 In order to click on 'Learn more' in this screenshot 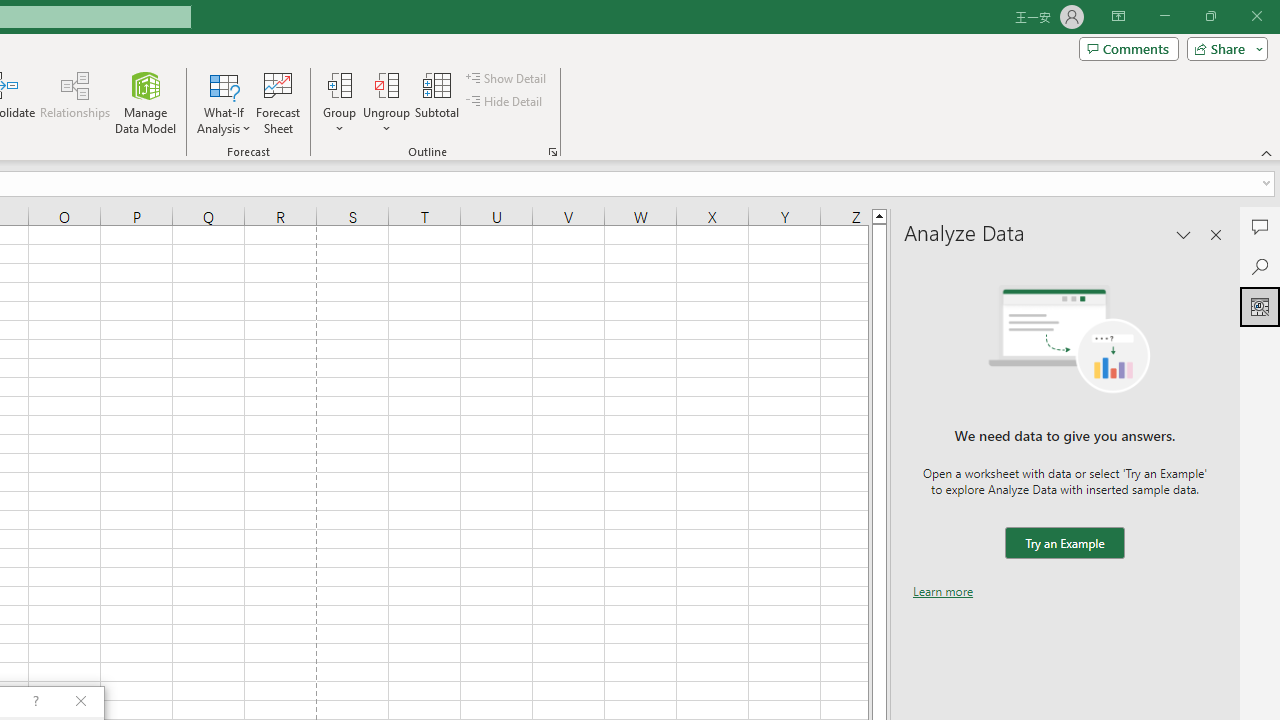, I will do `click(942, 590)`.